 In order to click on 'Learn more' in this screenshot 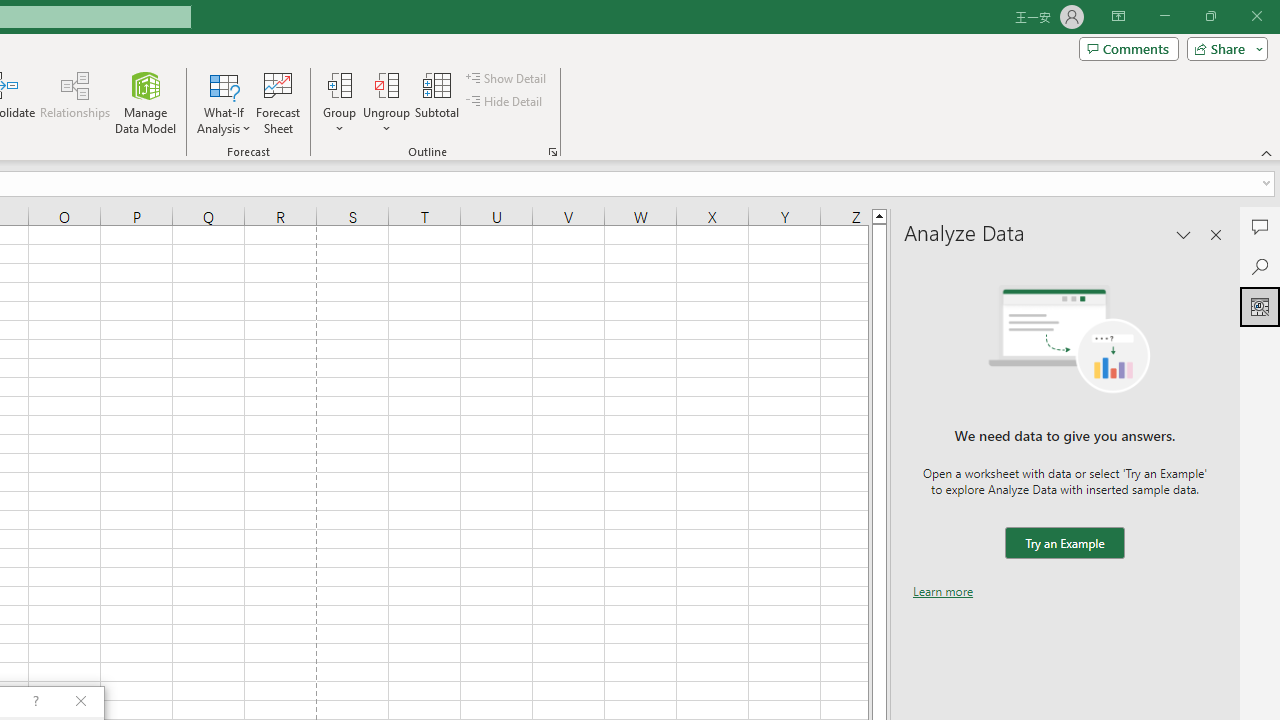, I will do `click(942, 590)`.